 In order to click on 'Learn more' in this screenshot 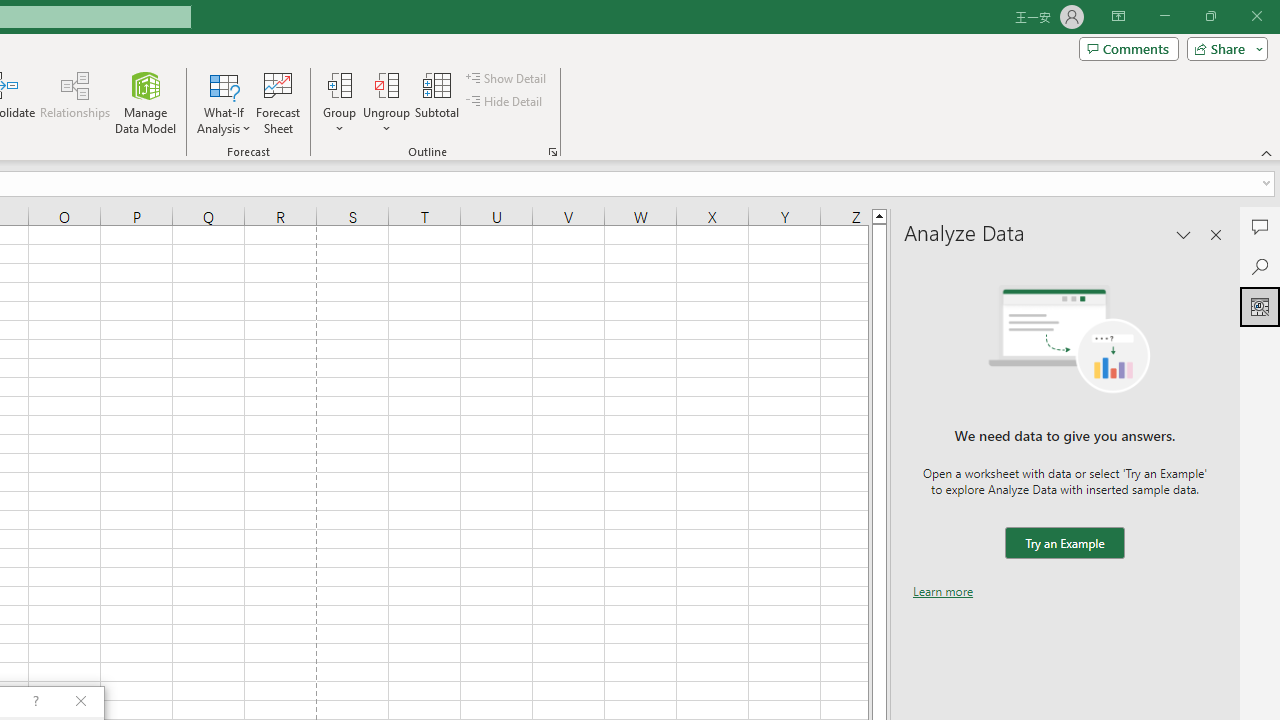, I will do `click(942, 590)`.